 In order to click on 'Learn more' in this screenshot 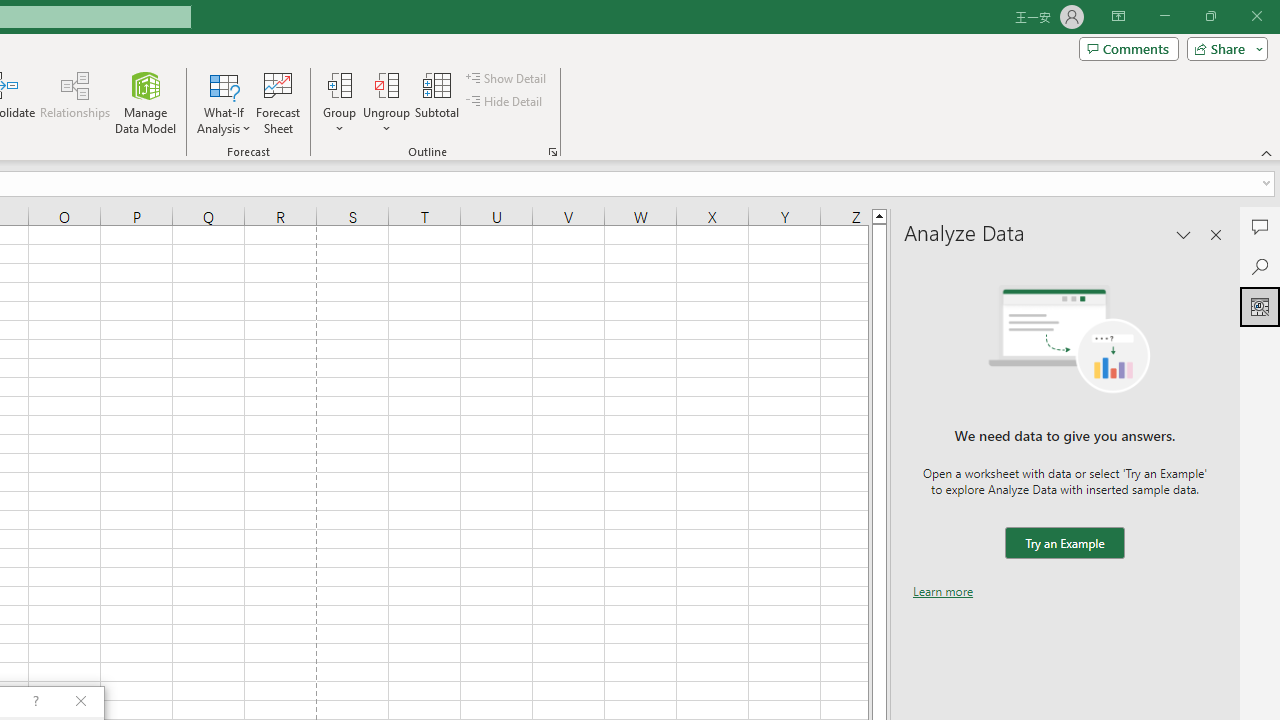, I will do `click(942, 590)`.